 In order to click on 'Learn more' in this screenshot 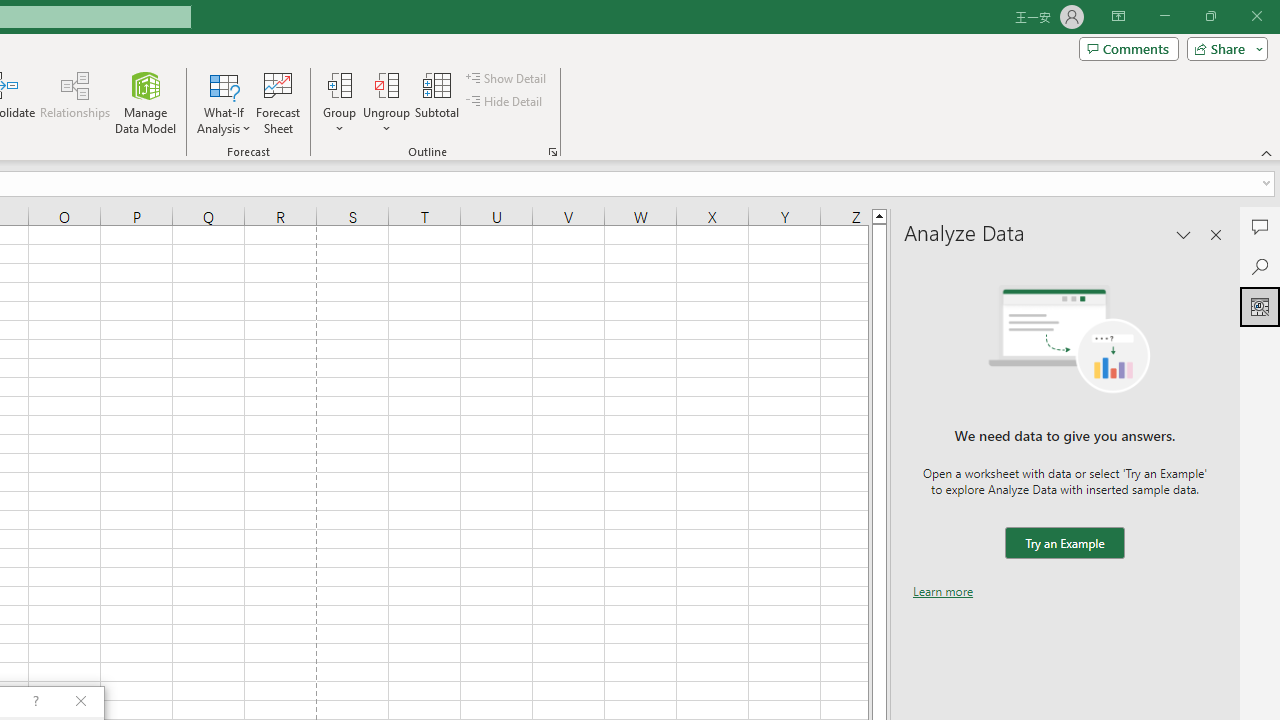, I will do `click(942, 590)`.